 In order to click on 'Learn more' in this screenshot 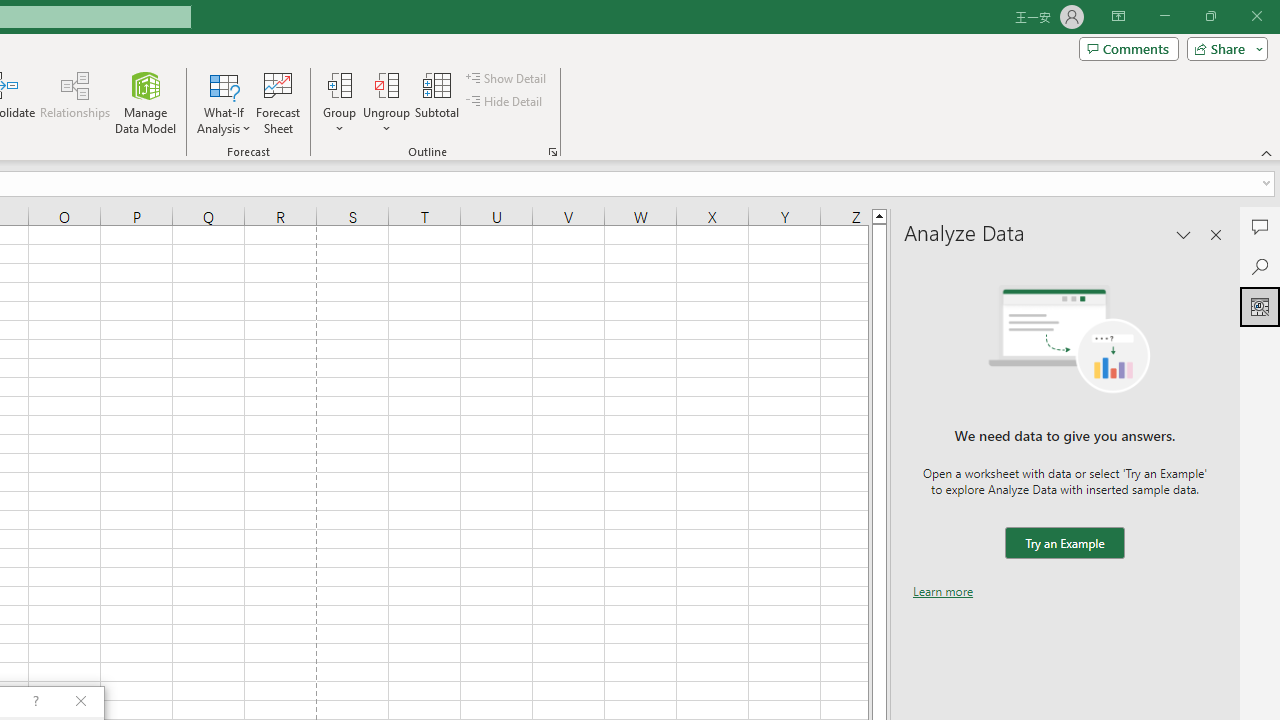, I will do `click(942, 590)`.